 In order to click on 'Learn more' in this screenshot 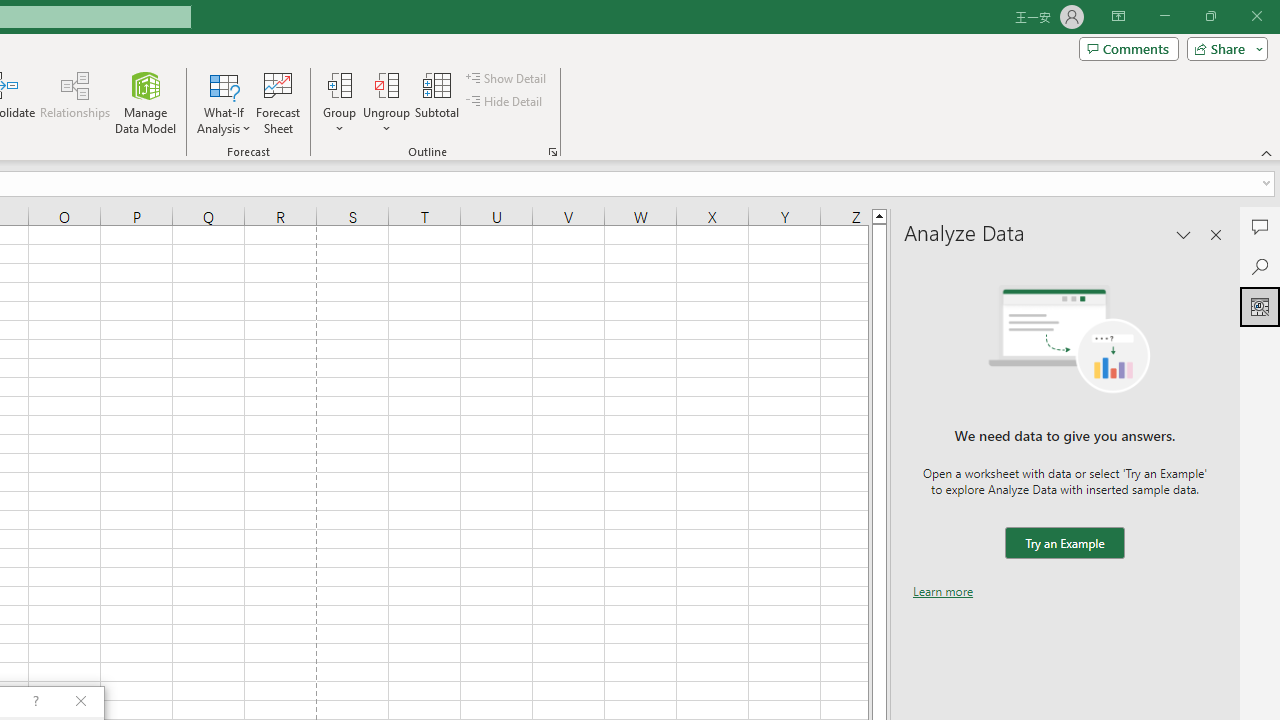, I will do `click(942, 590)`.